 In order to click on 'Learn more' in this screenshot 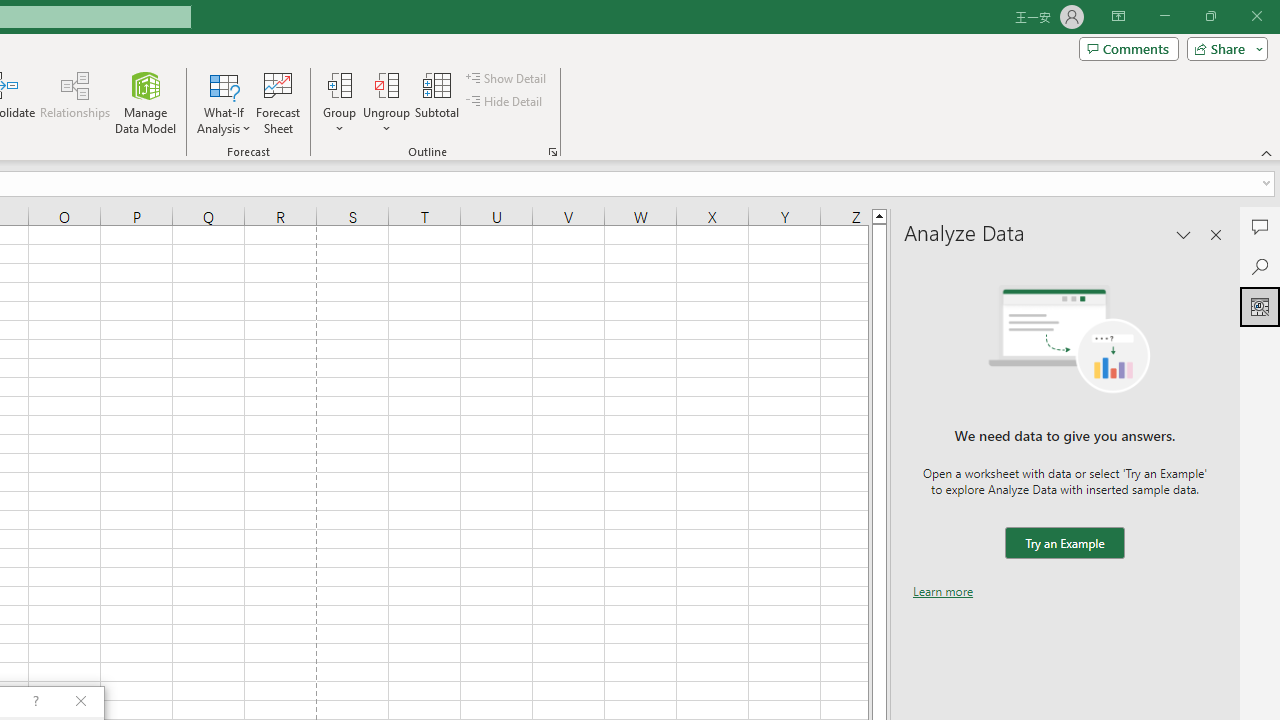, I will do `click(942, 590)`.